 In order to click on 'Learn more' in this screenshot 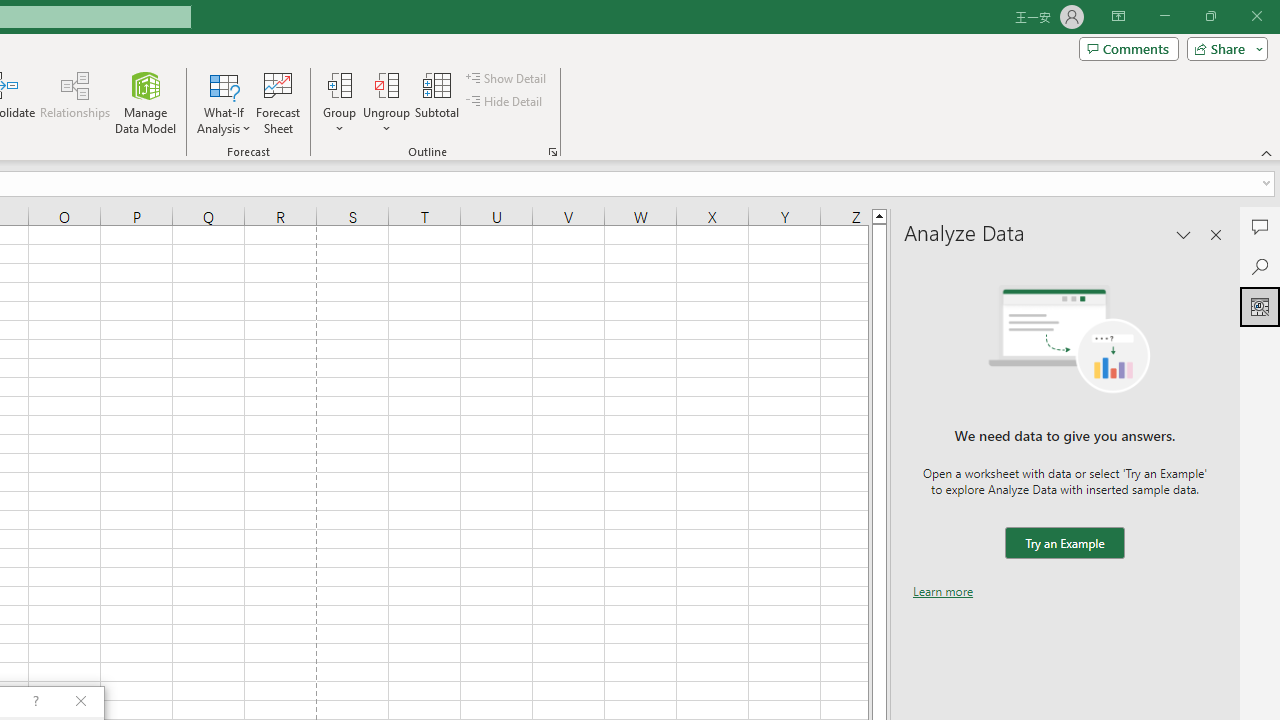, I will do `click(942, 590)`.